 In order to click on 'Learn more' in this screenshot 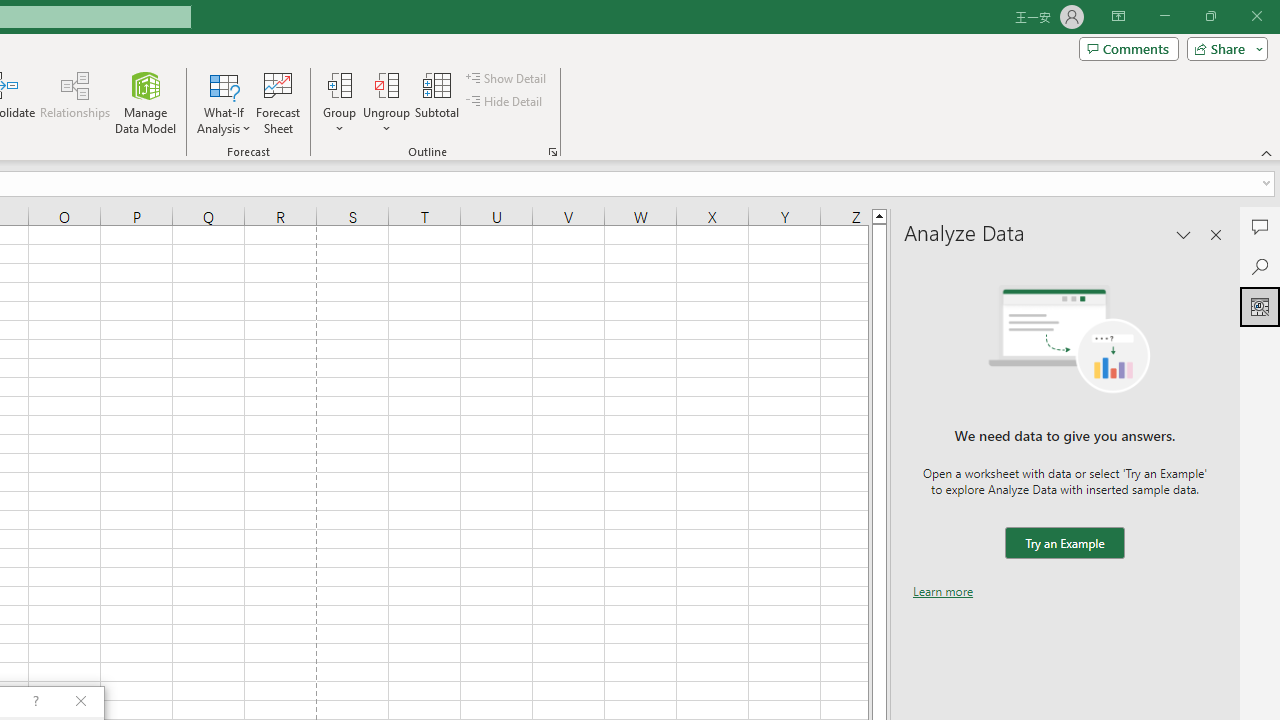, I will do `click(942, 590)`.